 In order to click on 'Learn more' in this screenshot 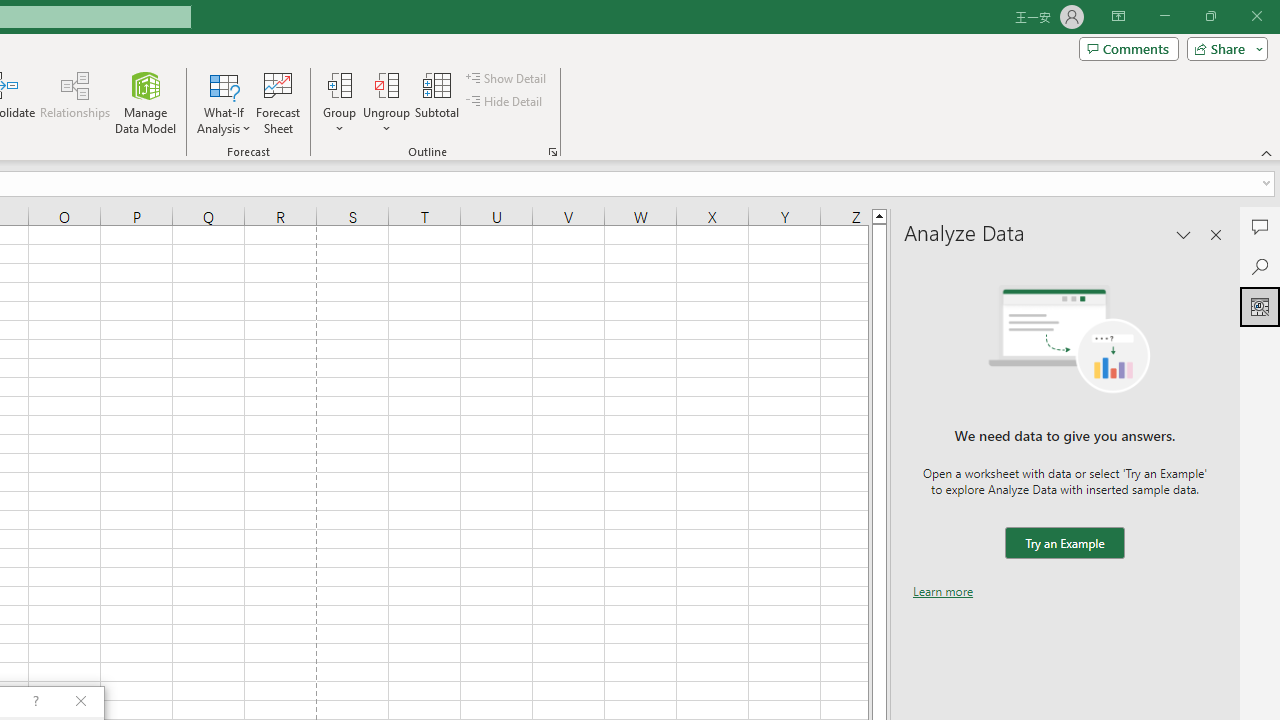, I will do `click(942, 590)`.